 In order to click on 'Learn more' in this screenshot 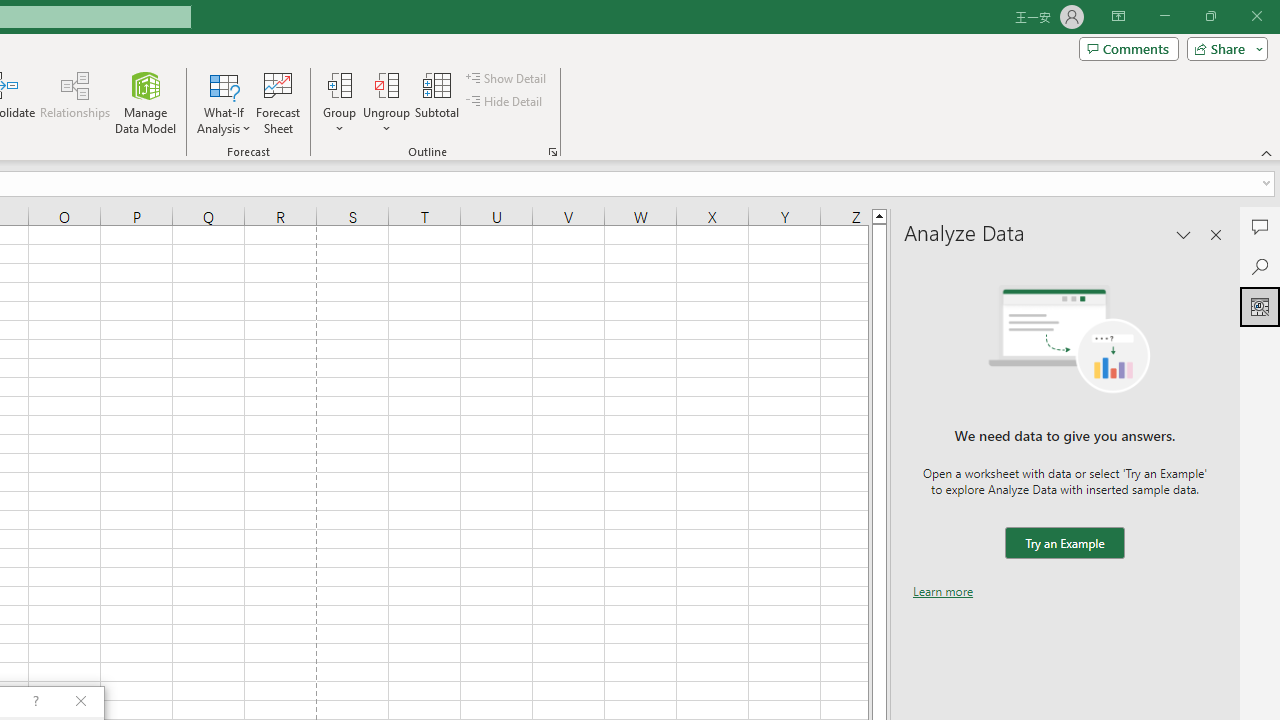, I will do `click(942, 590)`.